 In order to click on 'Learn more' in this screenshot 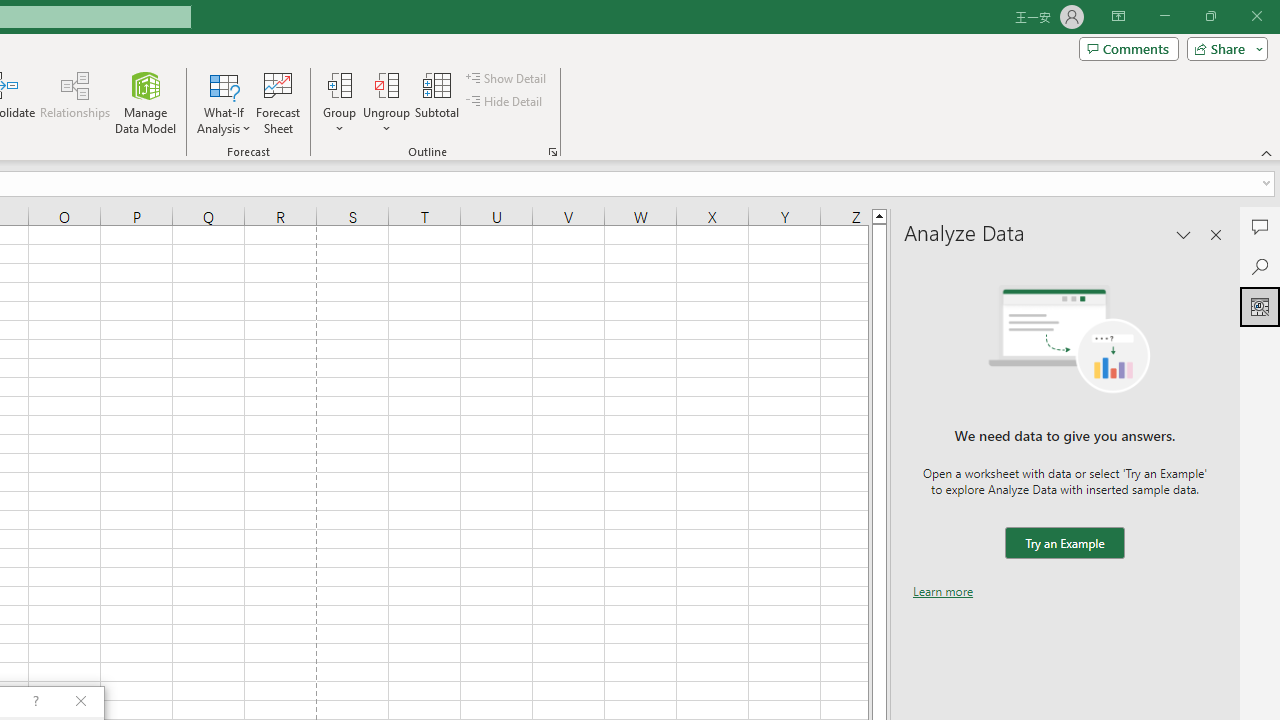, I will do `click(942, 590)`.